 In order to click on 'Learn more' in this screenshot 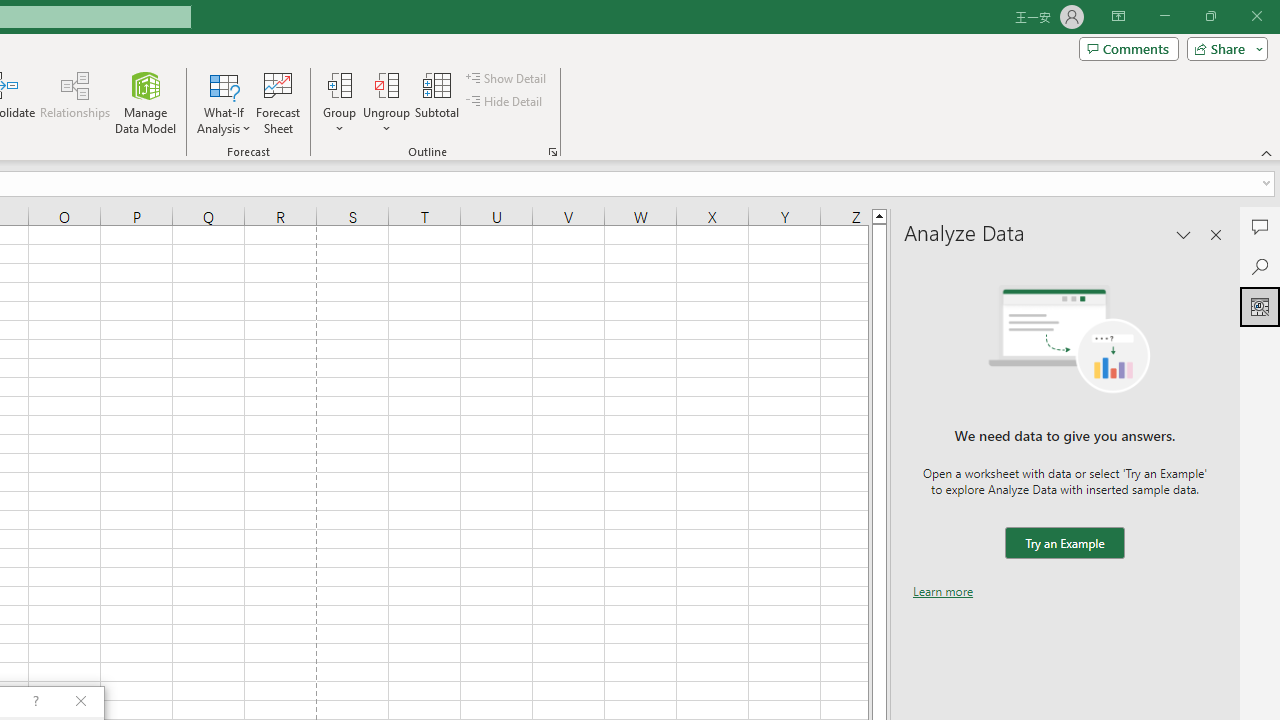, I will do `click(942, 590)`.